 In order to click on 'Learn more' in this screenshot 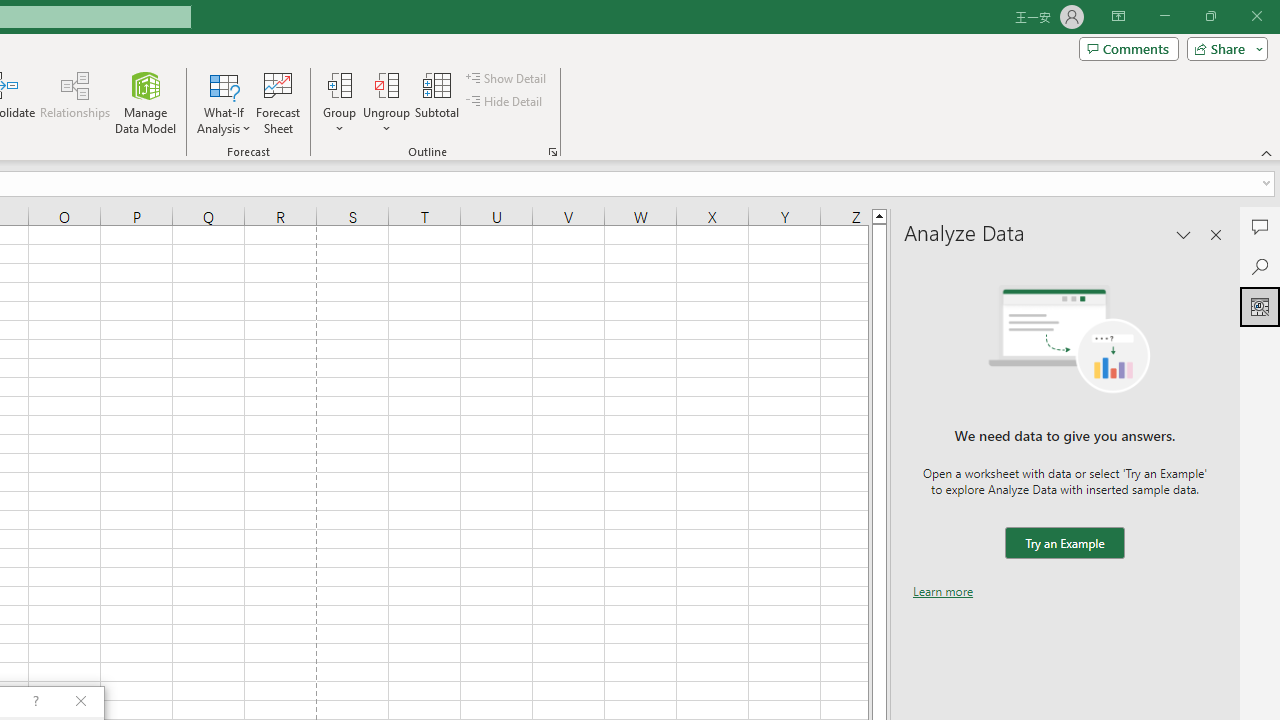, I will do `click(942, 590)`.